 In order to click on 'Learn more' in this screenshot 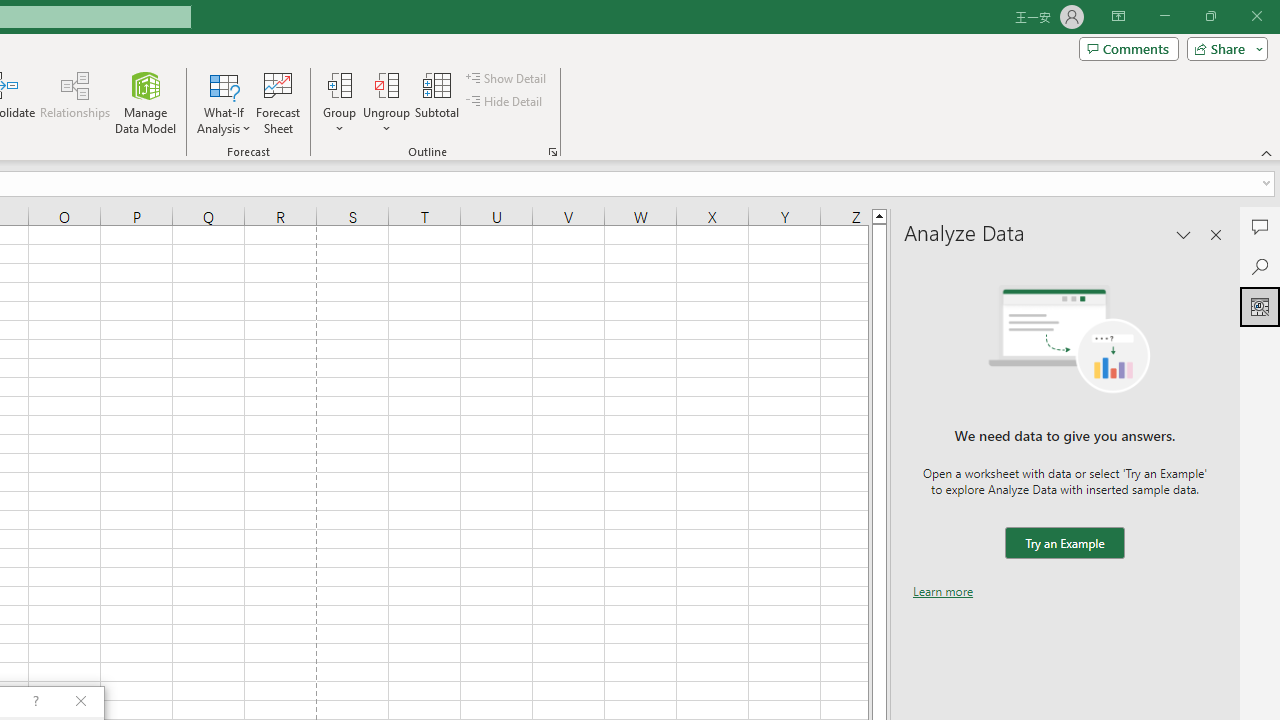, I will do `click(942, 590)`.